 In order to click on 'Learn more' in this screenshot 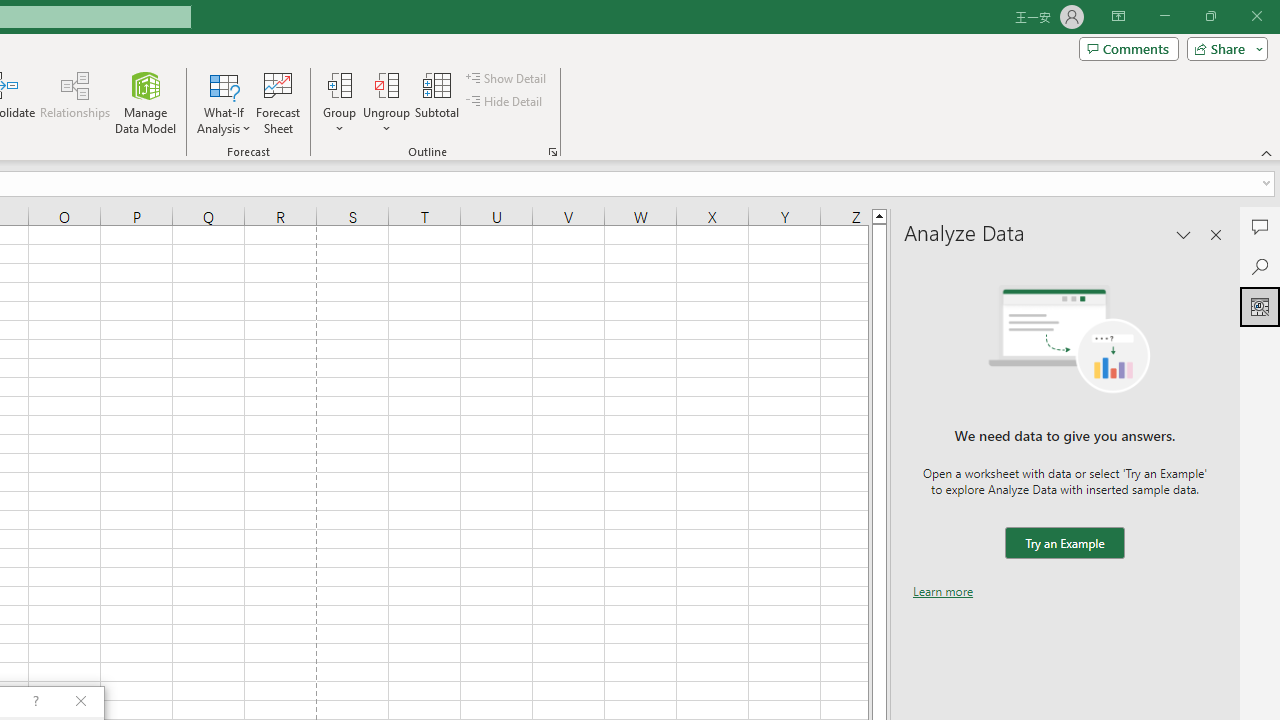, I will do `click(942, 590)`.